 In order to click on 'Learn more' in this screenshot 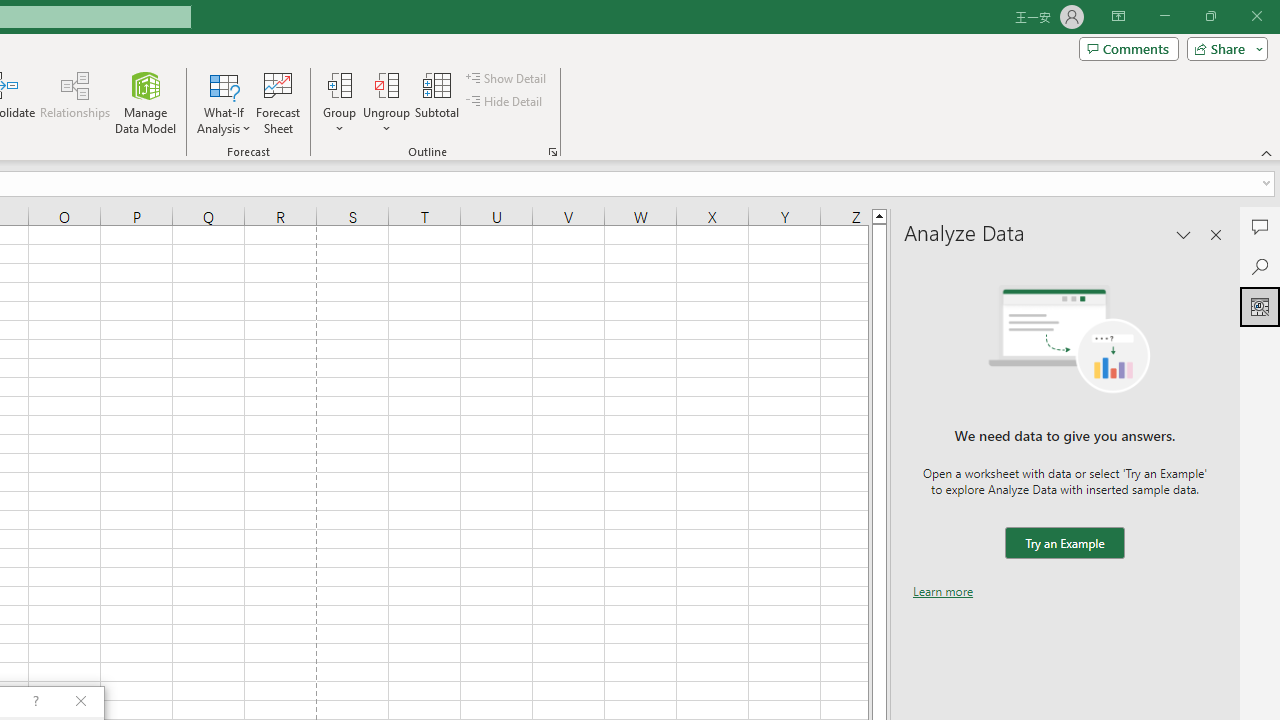, I will do `click(942, 590)`.